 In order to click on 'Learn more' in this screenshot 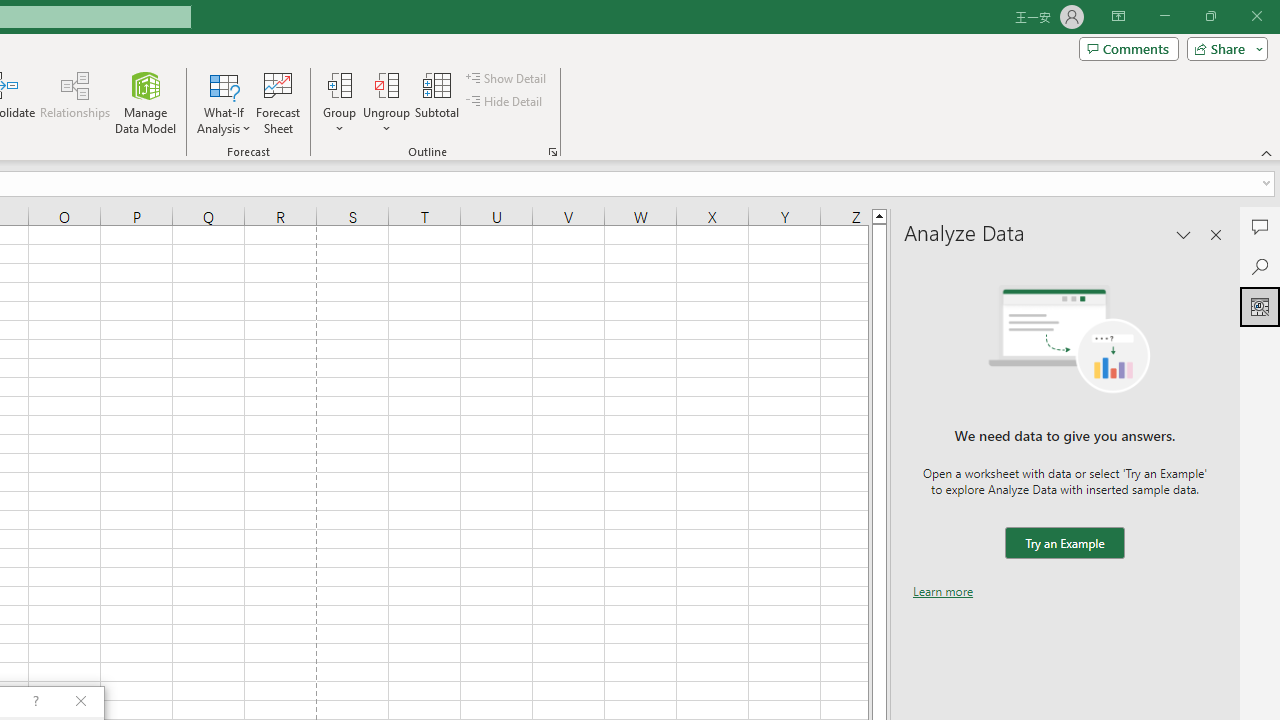, I will do `click(942, 590)`.